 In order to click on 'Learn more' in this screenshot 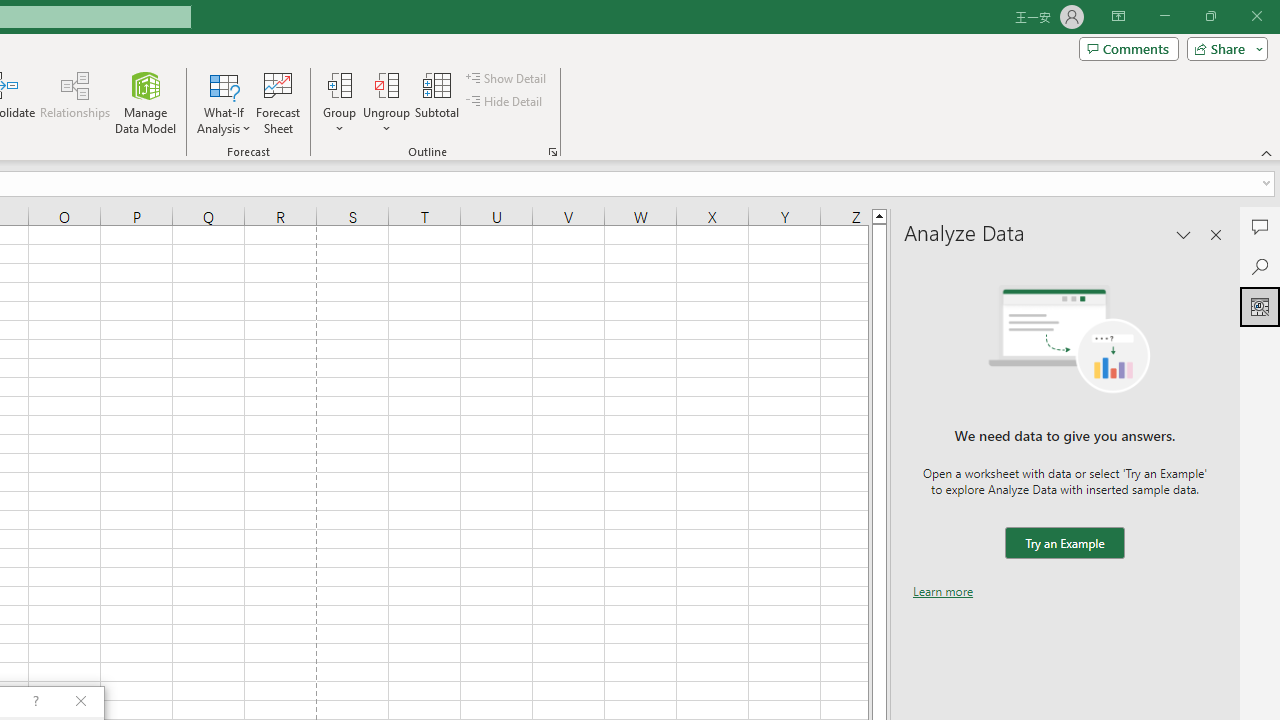, I will do `click(942, 590)`.